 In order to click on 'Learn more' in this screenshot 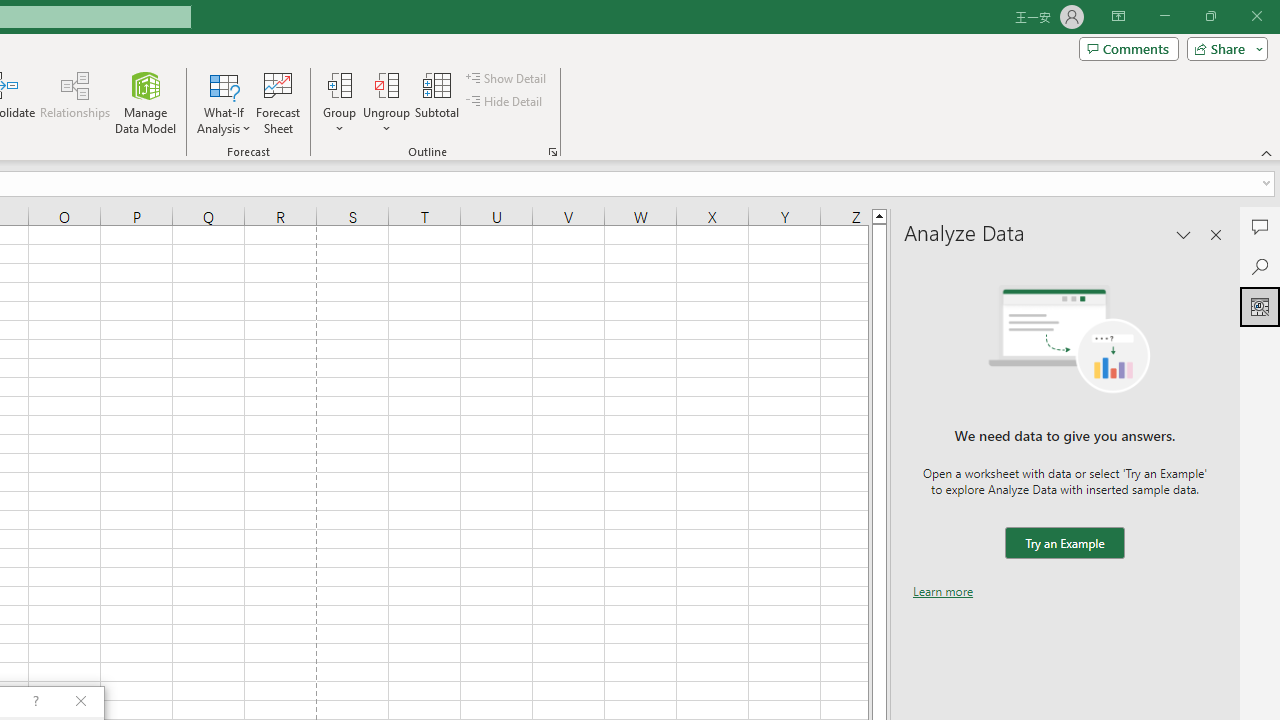, I will do `click(942, 590)`.